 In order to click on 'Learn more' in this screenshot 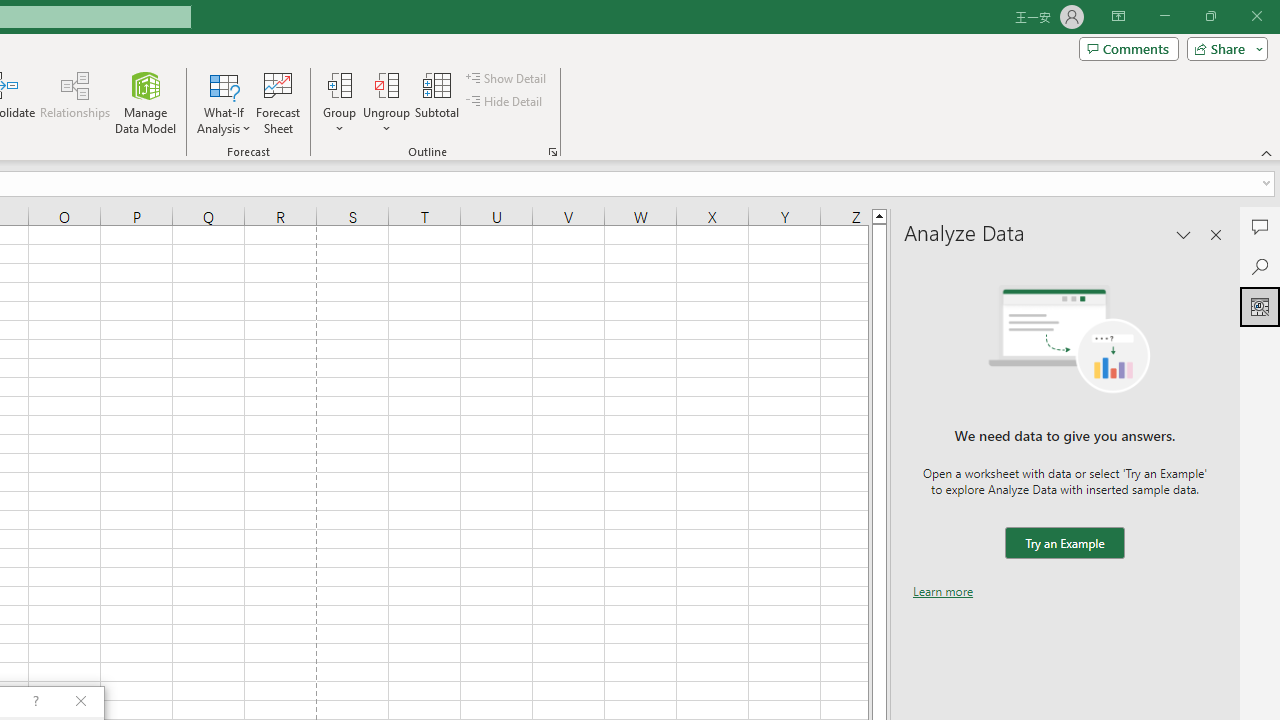, I will do `click(942, 590)`.